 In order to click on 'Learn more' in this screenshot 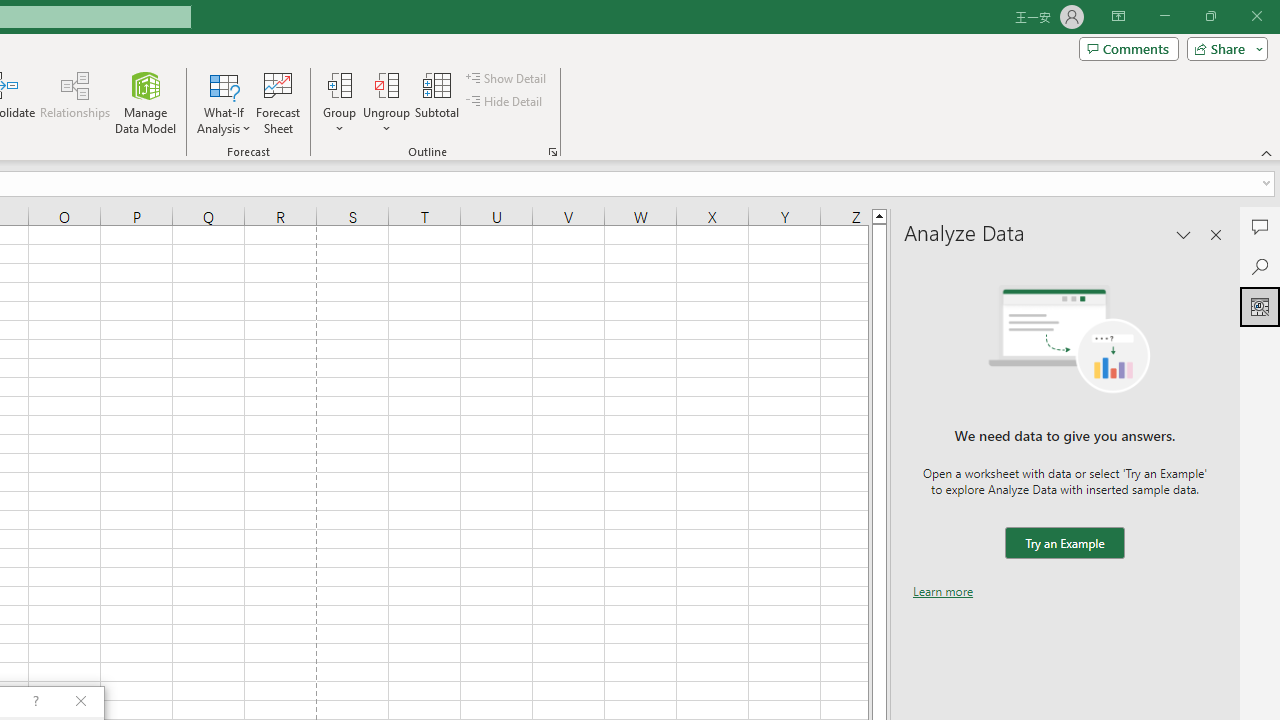, I will do `click(942, 590)`.